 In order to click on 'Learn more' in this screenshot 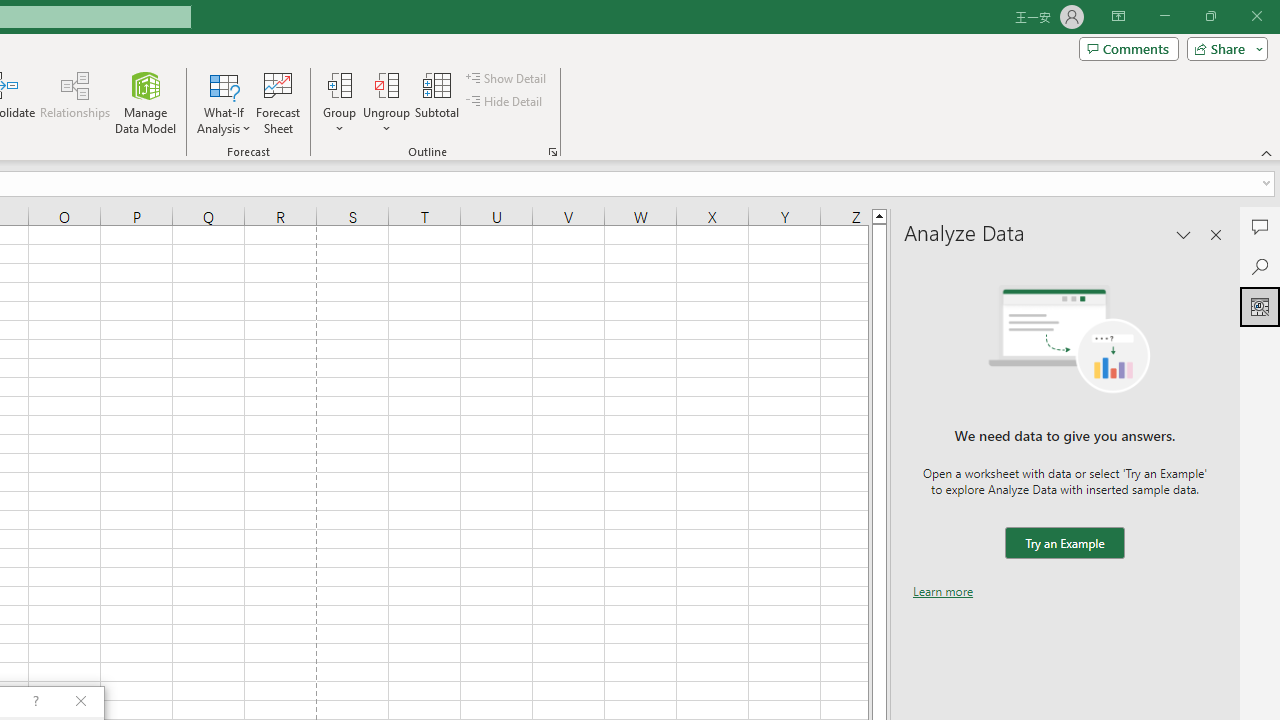, I will do `click(942, 590)`.